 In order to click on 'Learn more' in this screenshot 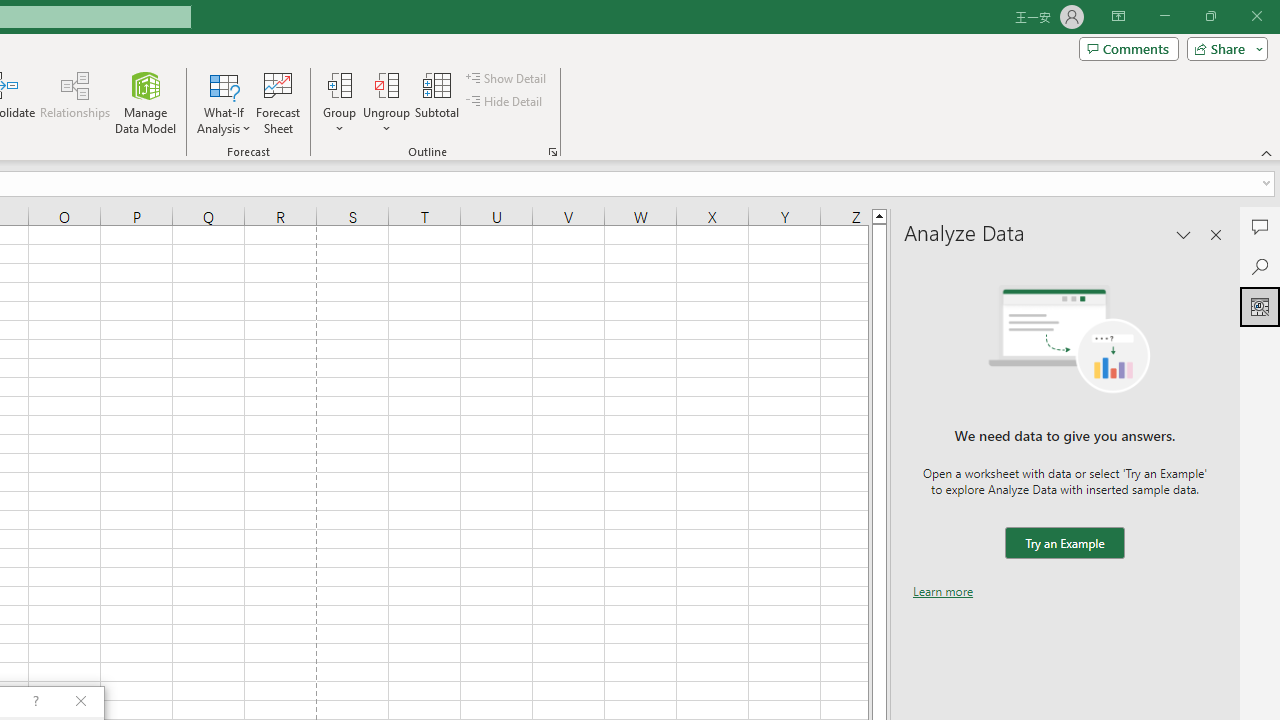, I will do `click(942, 590)`.